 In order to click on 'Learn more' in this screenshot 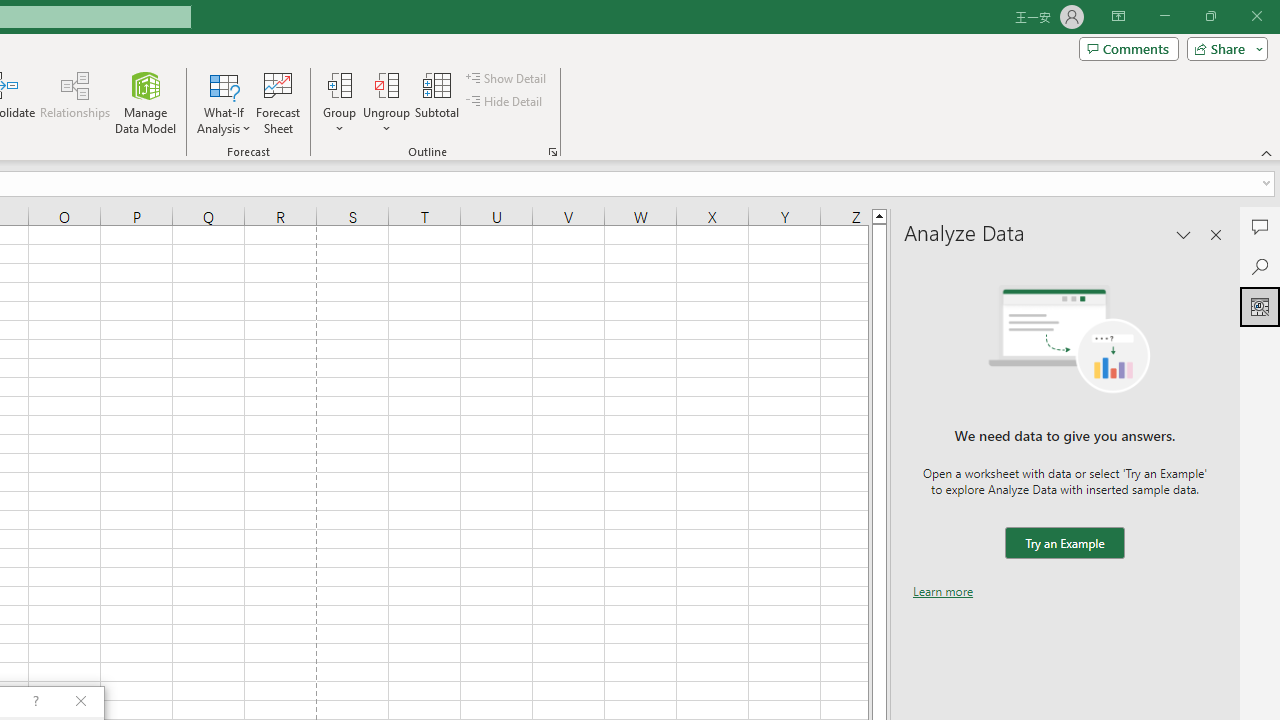, I will do `click(942, 590)`.